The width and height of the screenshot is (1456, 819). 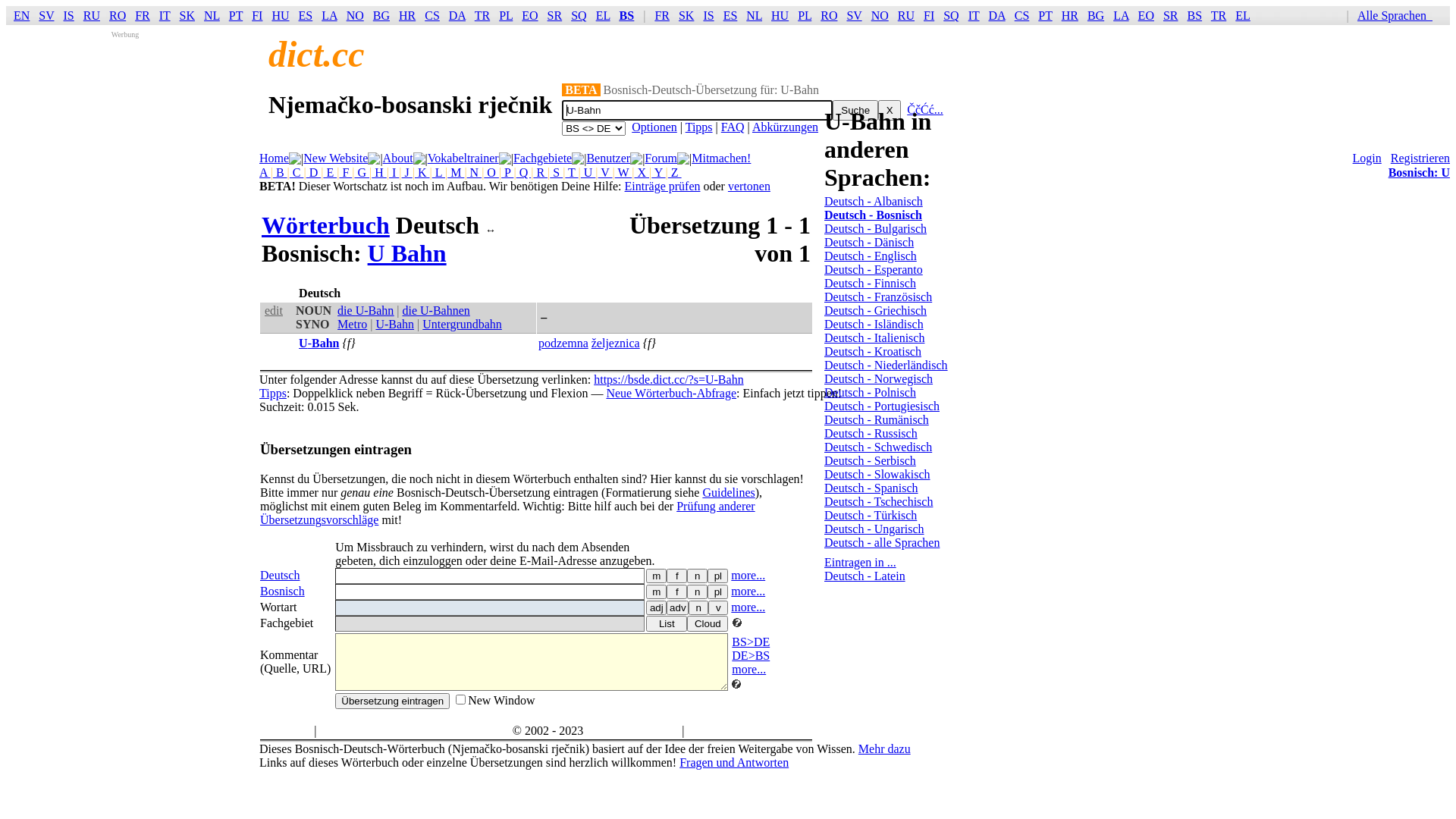 I want to click on 'Deutsch', so click(x=280, y=575).